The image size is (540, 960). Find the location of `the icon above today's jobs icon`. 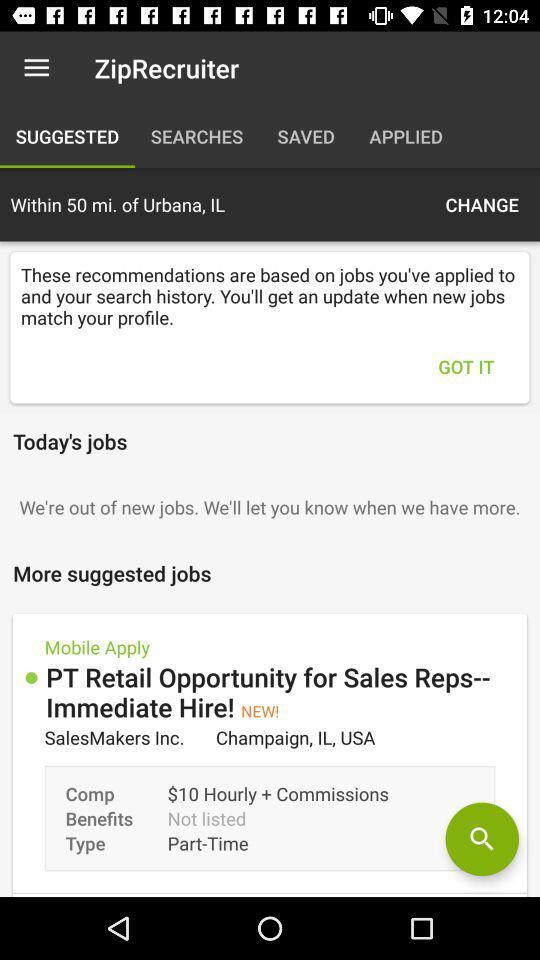

the icon above today's jobs icon is located at coordinates (466, 365).